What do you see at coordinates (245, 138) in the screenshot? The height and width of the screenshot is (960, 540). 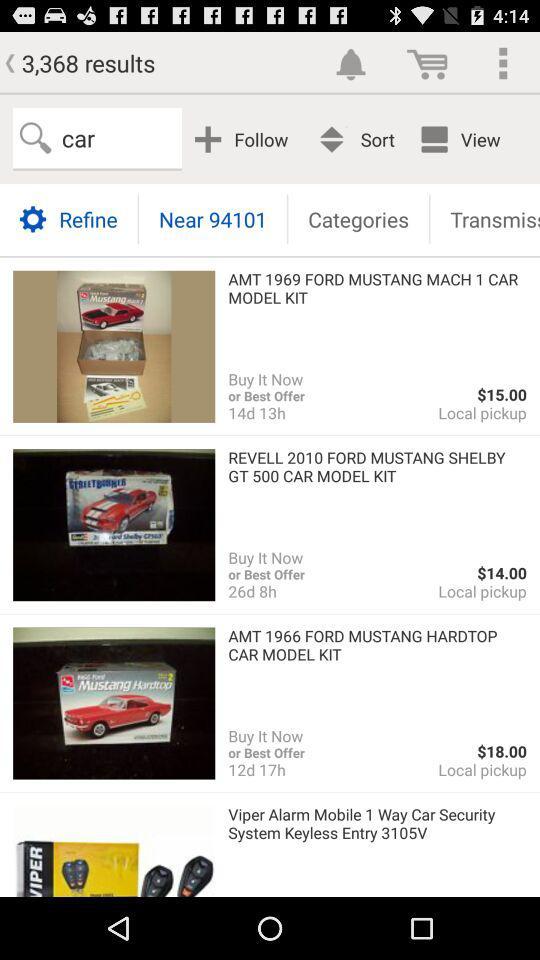 I see `follow item` at bounding box center [245, 138].